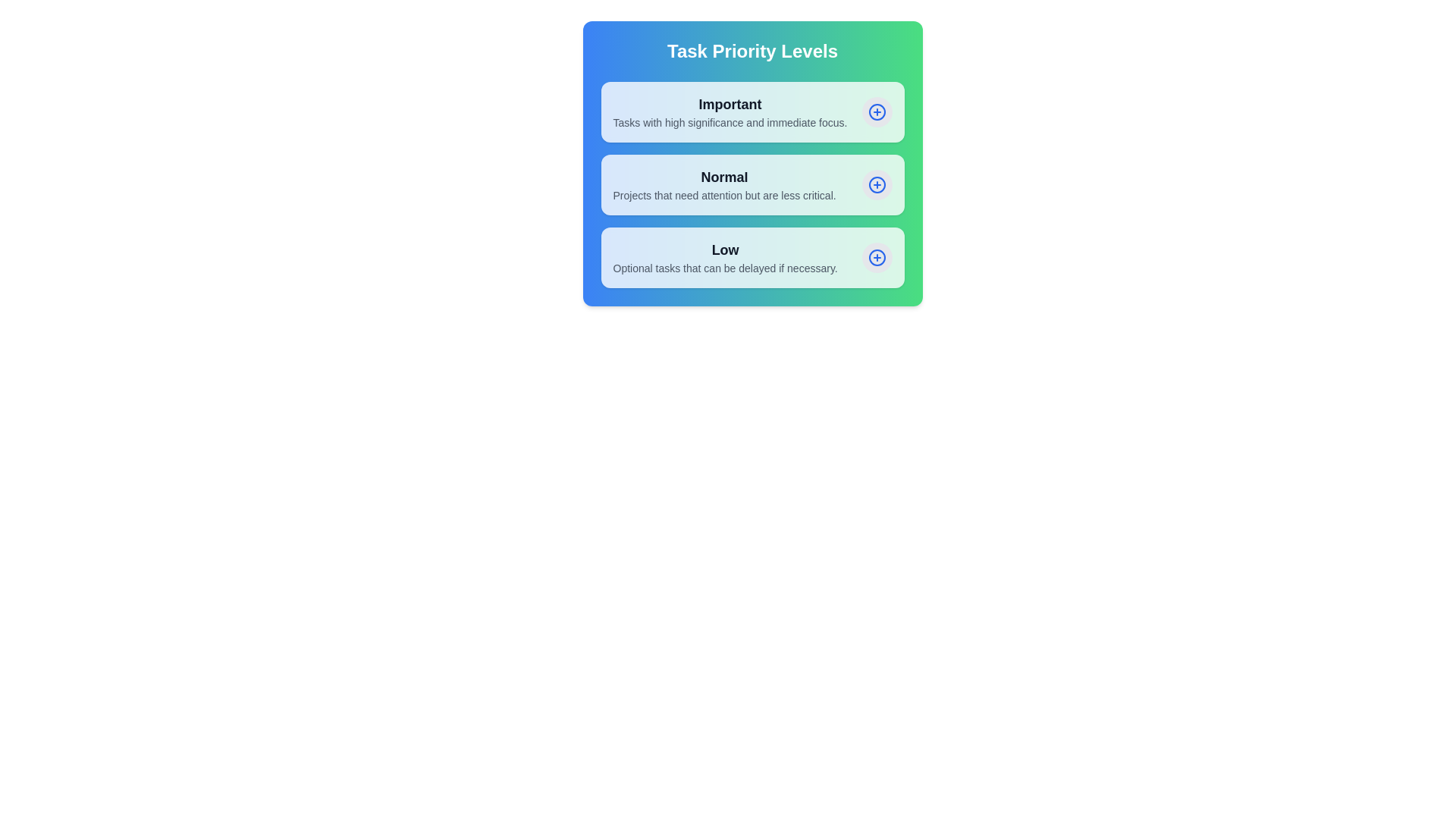 Image resolution: width=1456 pixels, height=819 pixels. I want to click on 'Normal' text label element, which is a large, bold, dark grey text situated on a gradient background, positioned between the 'Important' and 'Low' sections, so click(723, 177).